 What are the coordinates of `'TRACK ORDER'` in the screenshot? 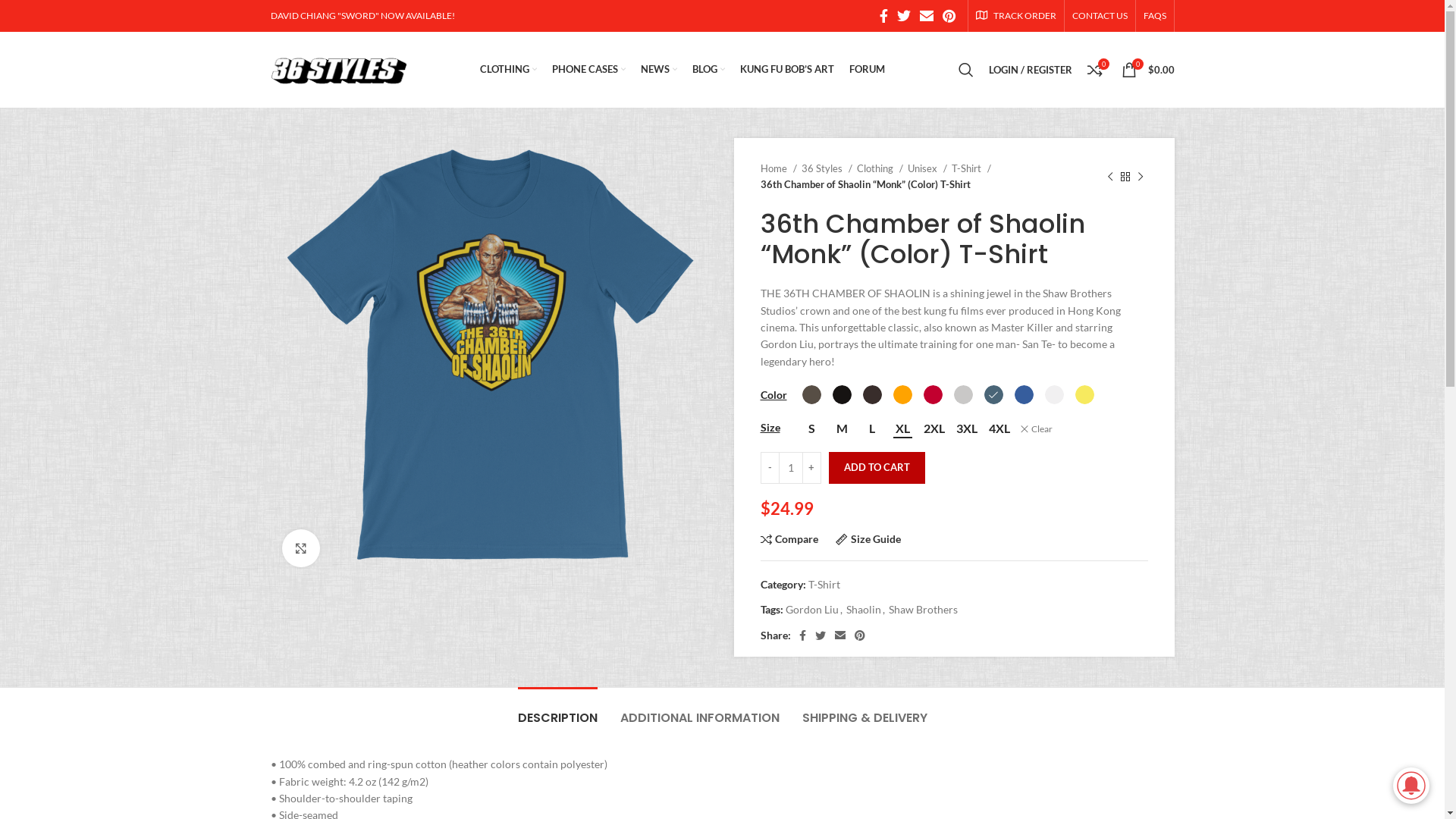 It's located at (1015, 15).